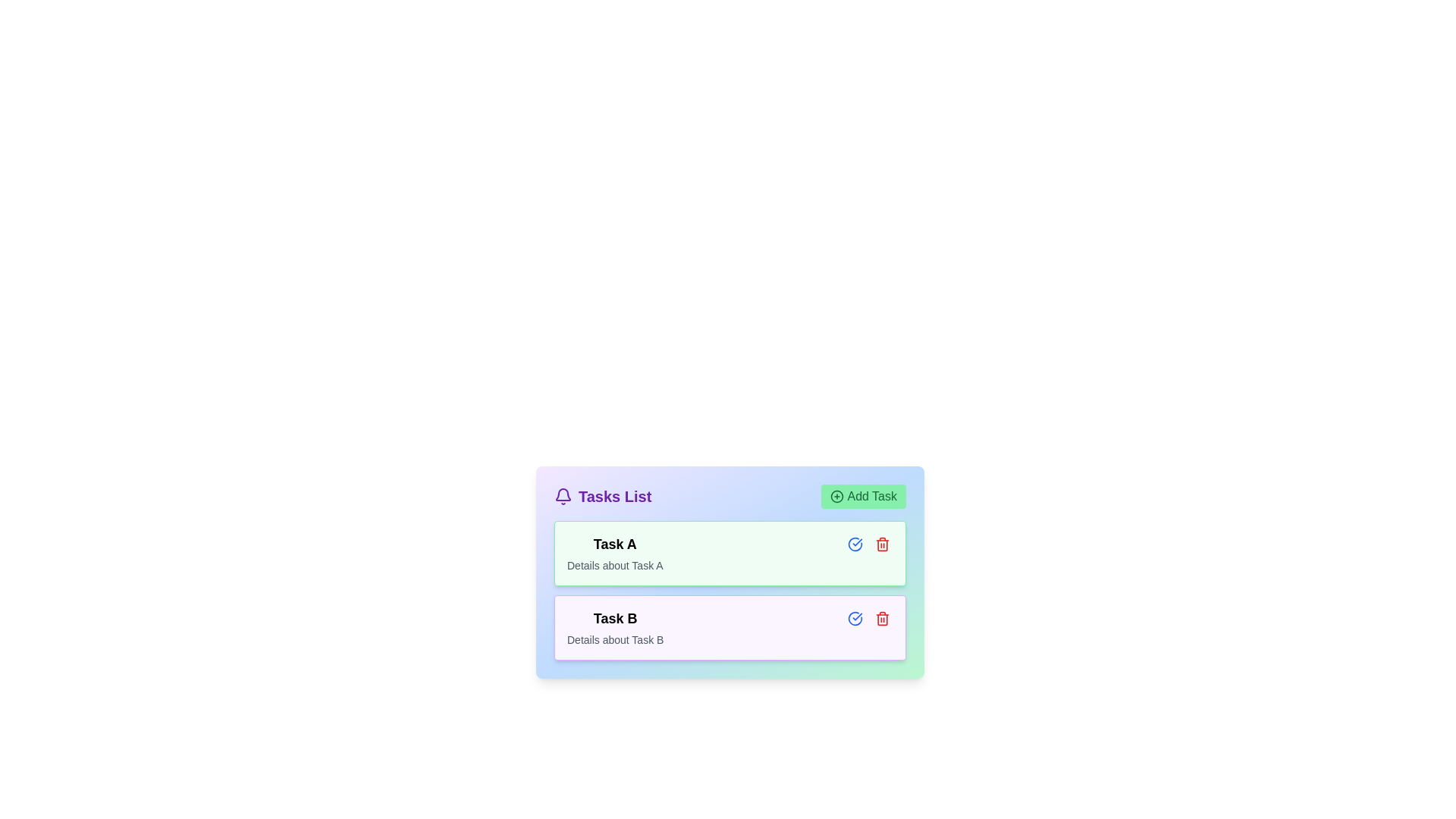 The height and width of the screenshot is (819, 1456). I want to click on the Task Card with the title 'Task A', which is the first item in the task list, featuring a light green background and rounded borders, so click(730, 553).